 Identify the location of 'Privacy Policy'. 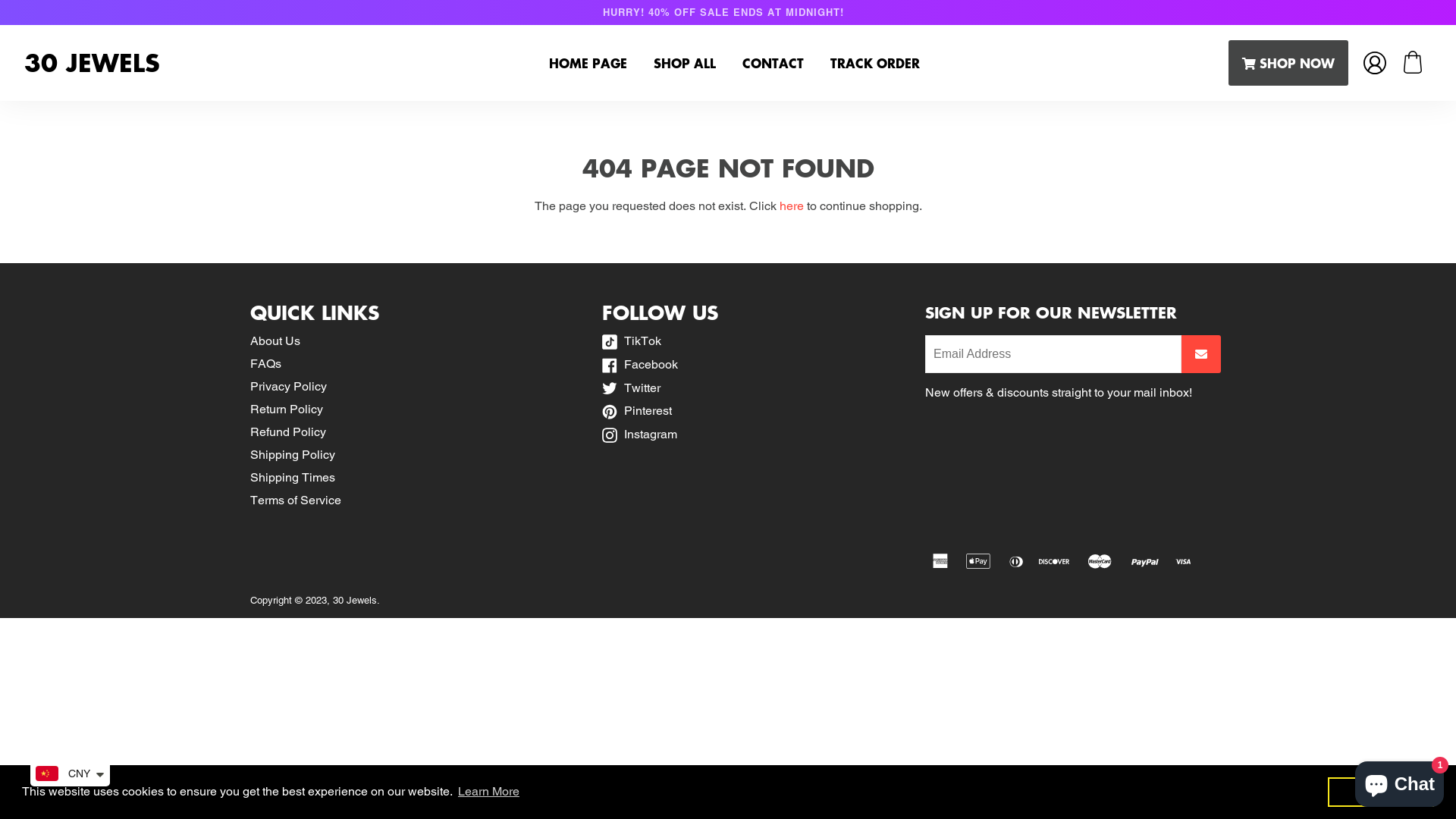
(288, 385).